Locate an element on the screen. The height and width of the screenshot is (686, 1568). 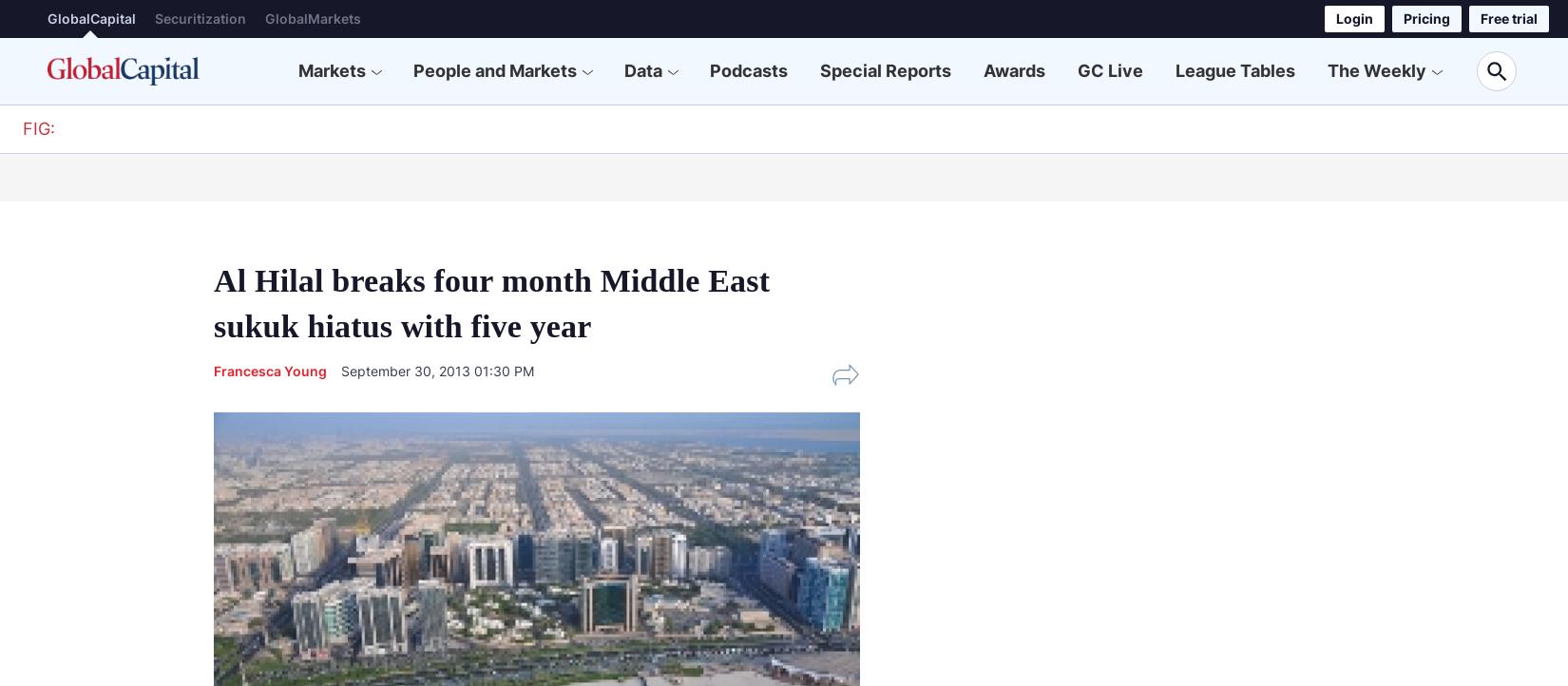
'Priced deals' is located at coordinates (704, 174).